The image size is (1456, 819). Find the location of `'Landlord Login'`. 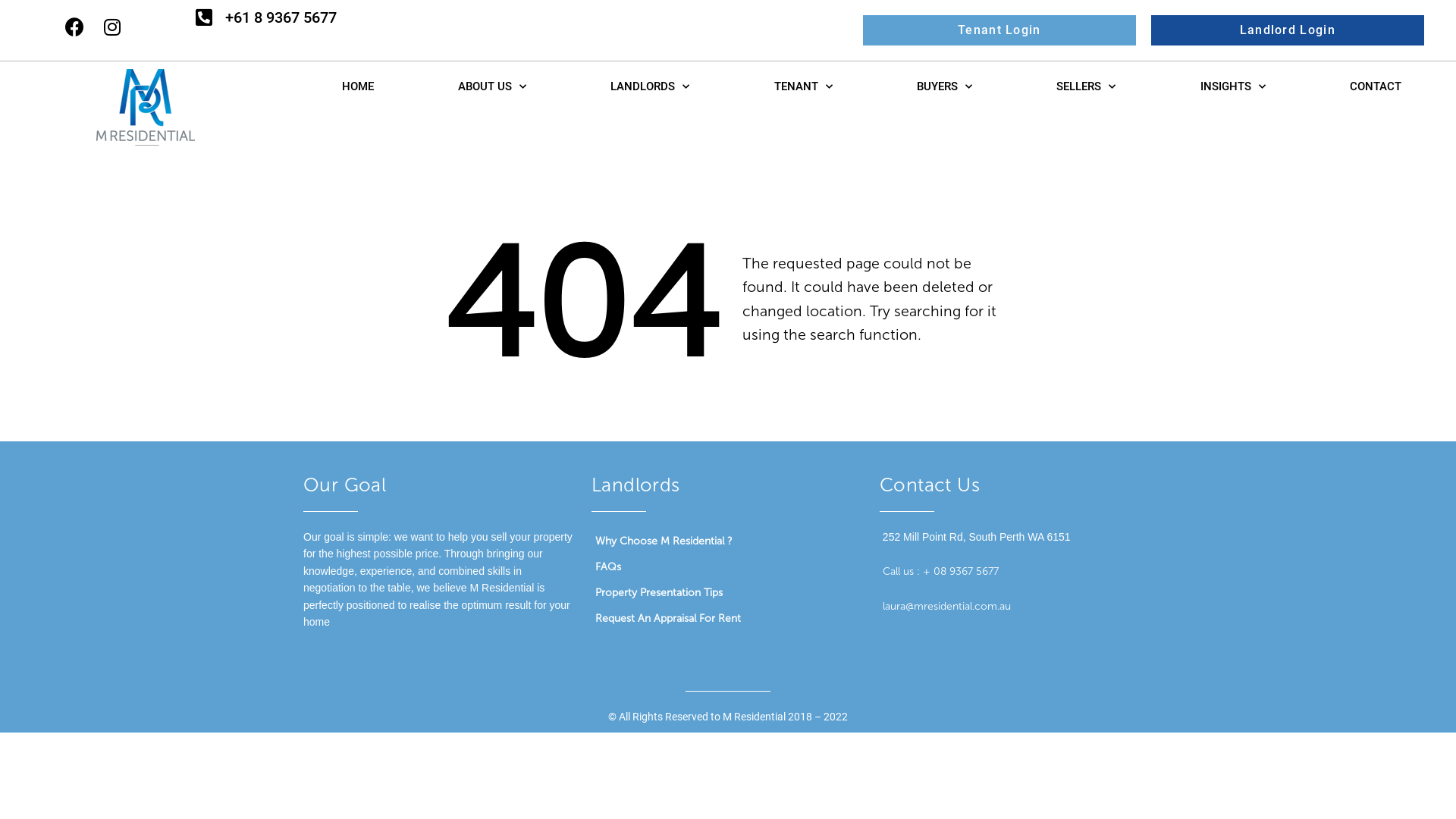

'Landlord Login' is located at coordinates (1287, 30).